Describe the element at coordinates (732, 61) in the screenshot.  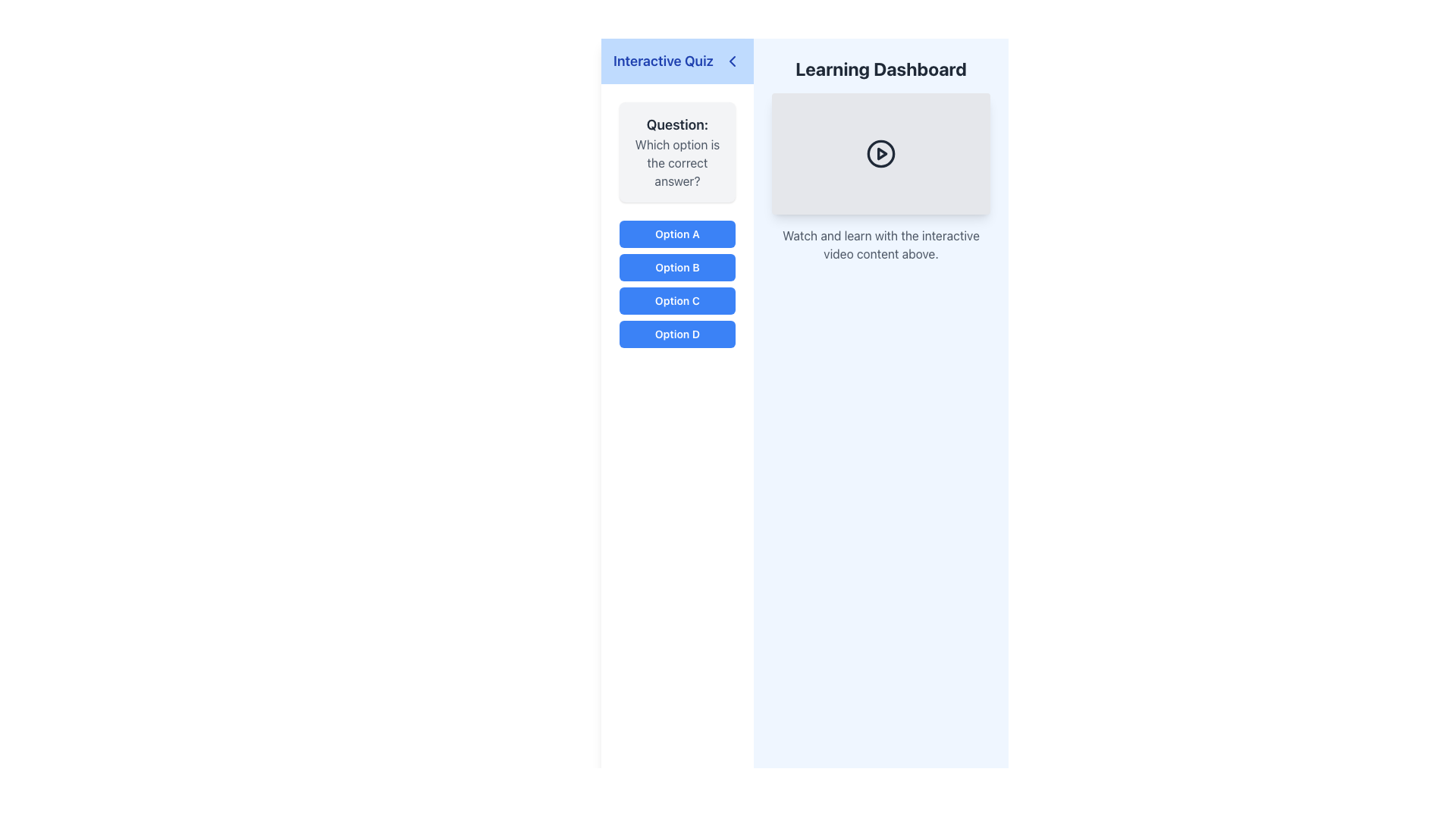
I see `the navigation button located to the right of the 'Interactive Quiz' text in the header bar` at that location.